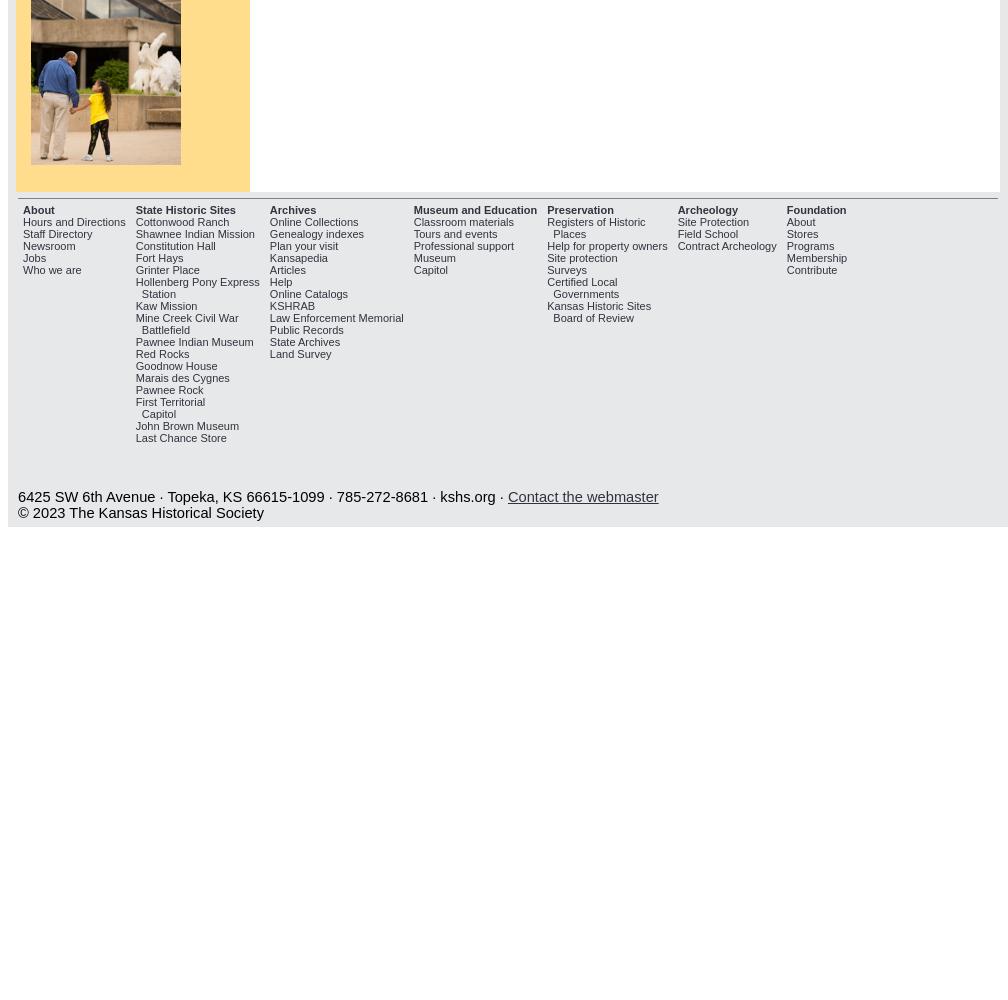 The height and width of the screenshot is (1000, 1008). What do you see at coordinates (313, 220) in the screenshot?
I see `'Online Collections'` at bounding box center [313, 220].